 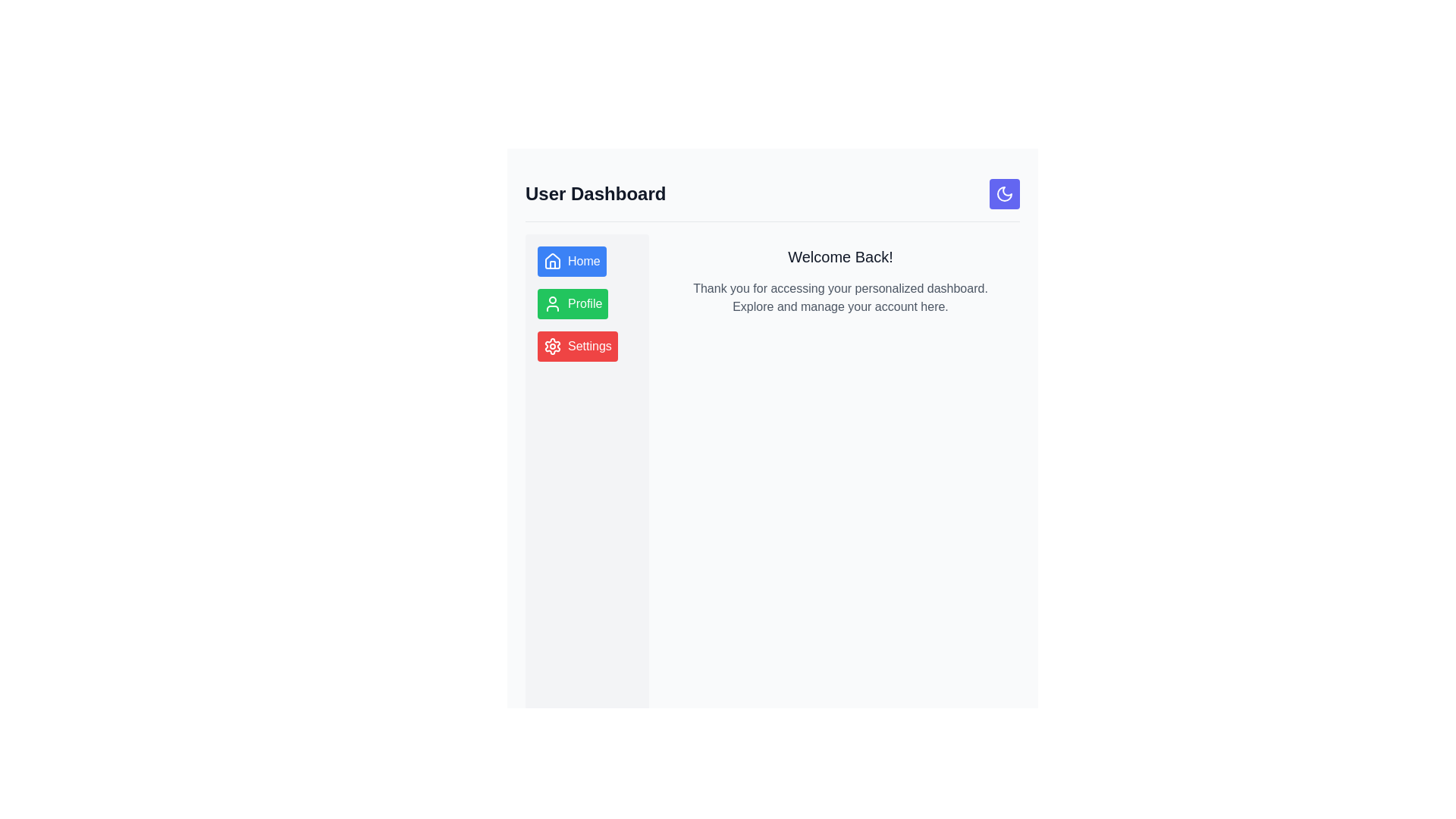 What do you see at coordinates (576, 346) in the screenshot?
I see `the settings button located in the left-hand sidebar, which is the third button in a vertical series` at bounding box center [576, 346].